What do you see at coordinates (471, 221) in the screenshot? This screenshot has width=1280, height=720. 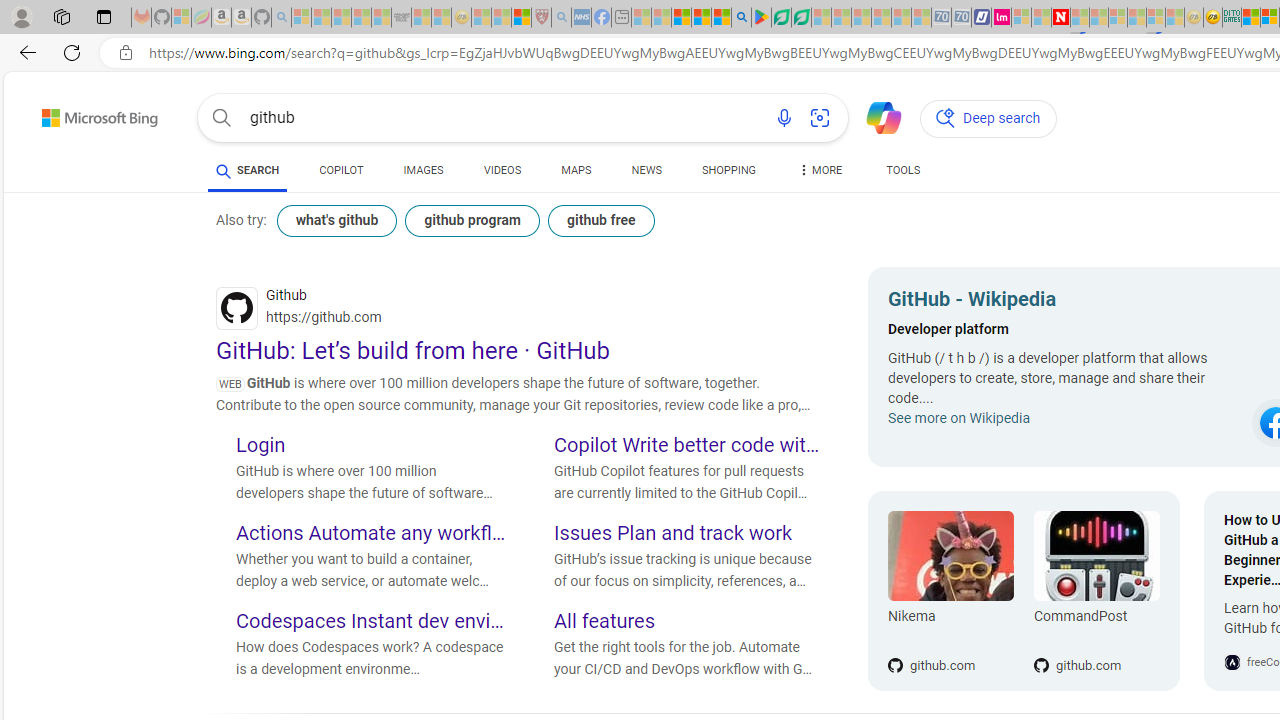 I see `'github program'` at bounding box center [471, 221].